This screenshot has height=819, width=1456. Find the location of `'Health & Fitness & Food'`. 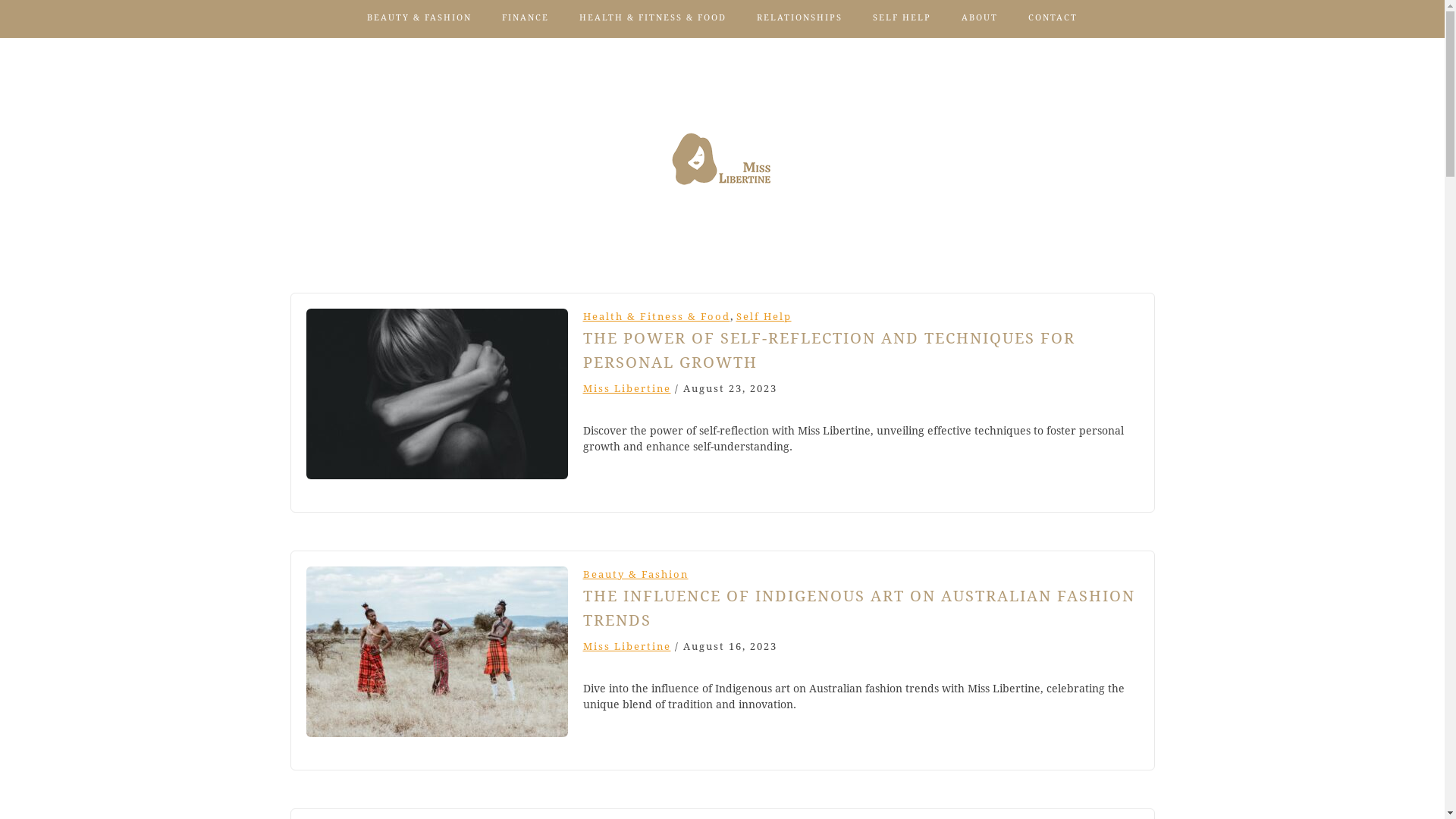

'Health & Fitness & Food' is located at coordinates (655, 315).